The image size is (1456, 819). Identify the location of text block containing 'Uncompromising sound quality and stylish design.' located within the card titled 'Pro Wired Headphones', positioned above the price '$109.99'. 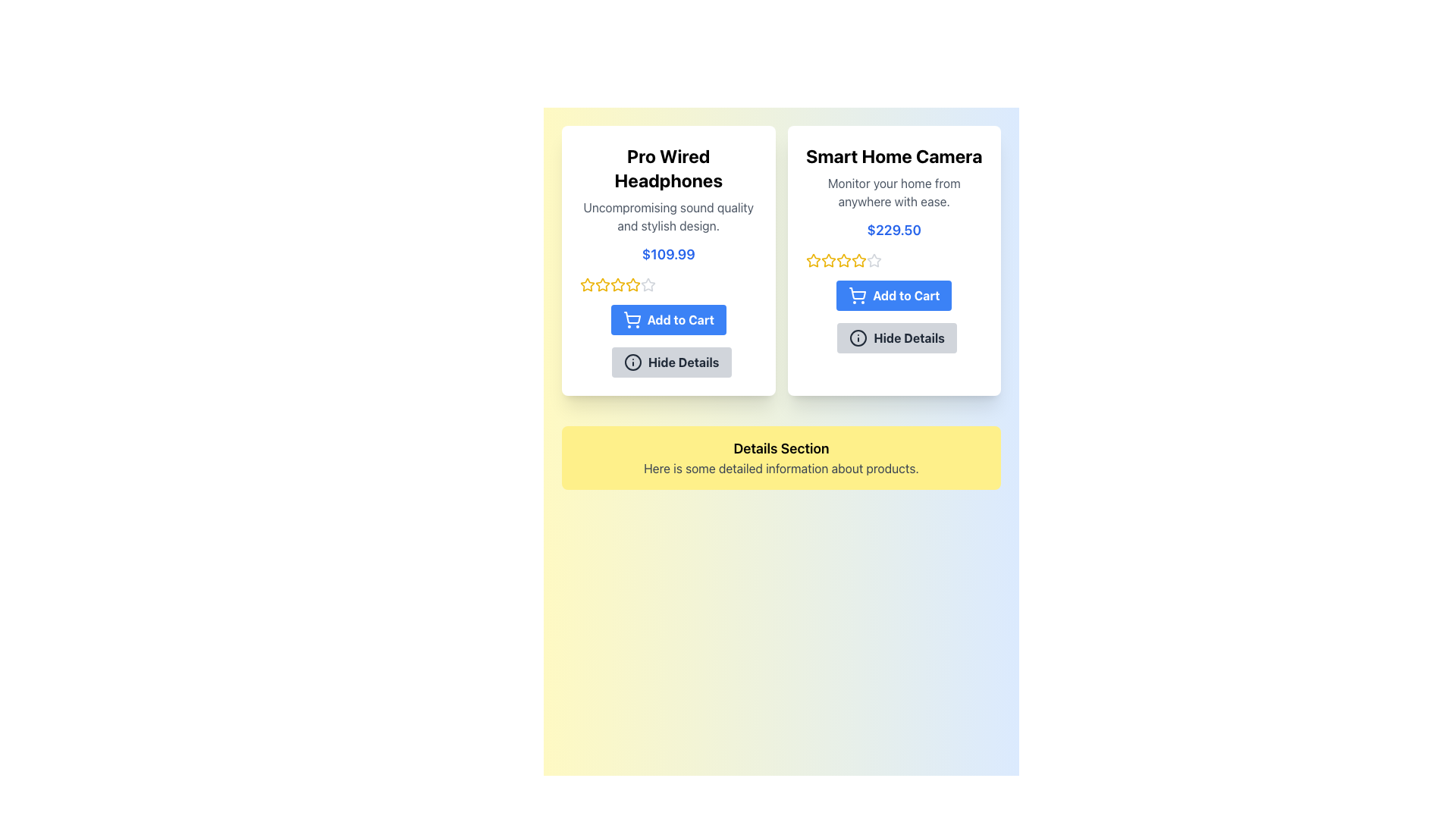
(667, 216).